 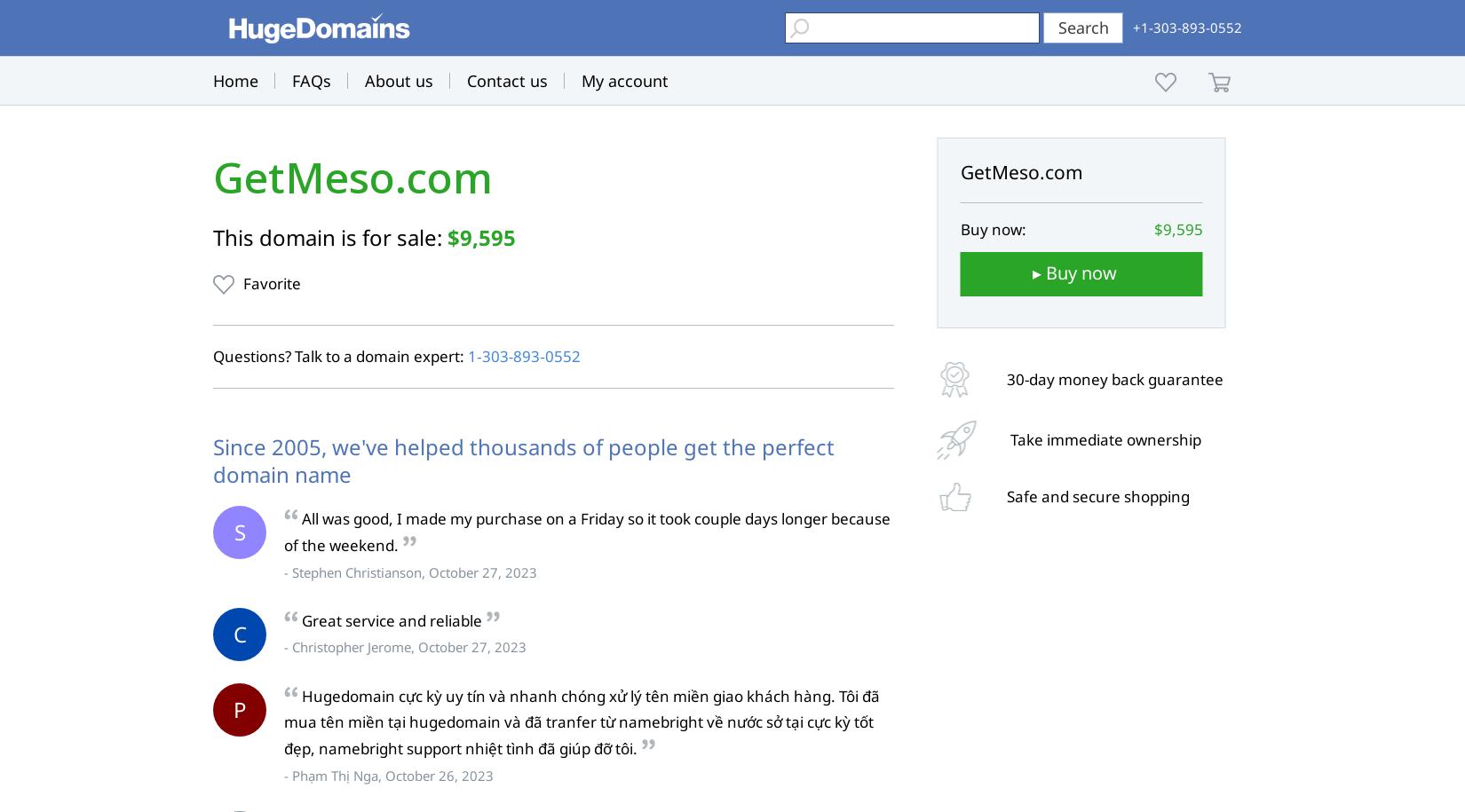 What do you see at coordinates (1186, 28) in the screenshot?
I see `'+1-303-893-0552'` at bounding box center [1186, 28].